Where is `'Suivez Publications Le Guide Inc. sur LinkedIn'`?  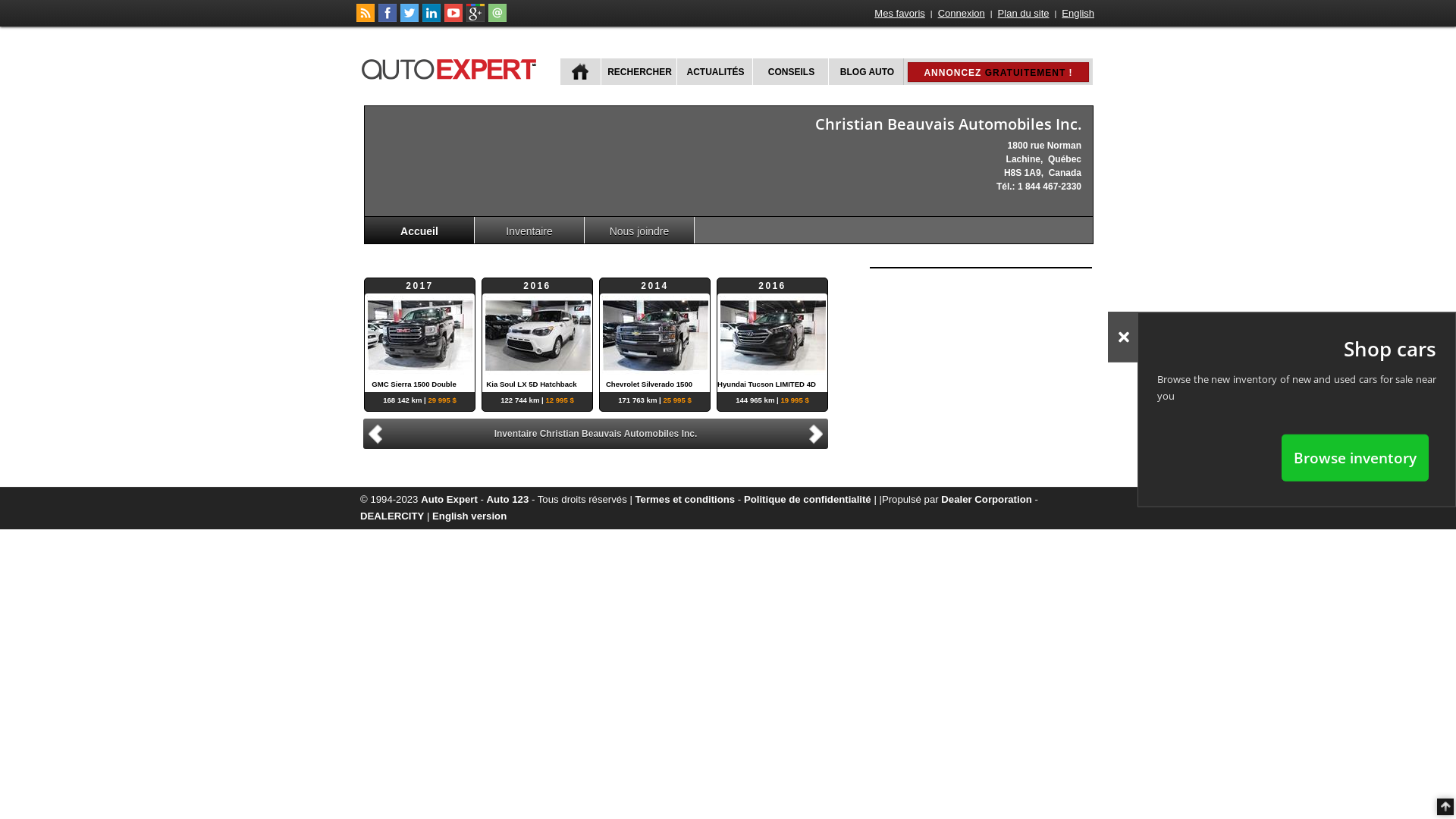
'Suivez Publications Le Guide Inc. sur LinkedIn' is located at coordinates (431, 18).